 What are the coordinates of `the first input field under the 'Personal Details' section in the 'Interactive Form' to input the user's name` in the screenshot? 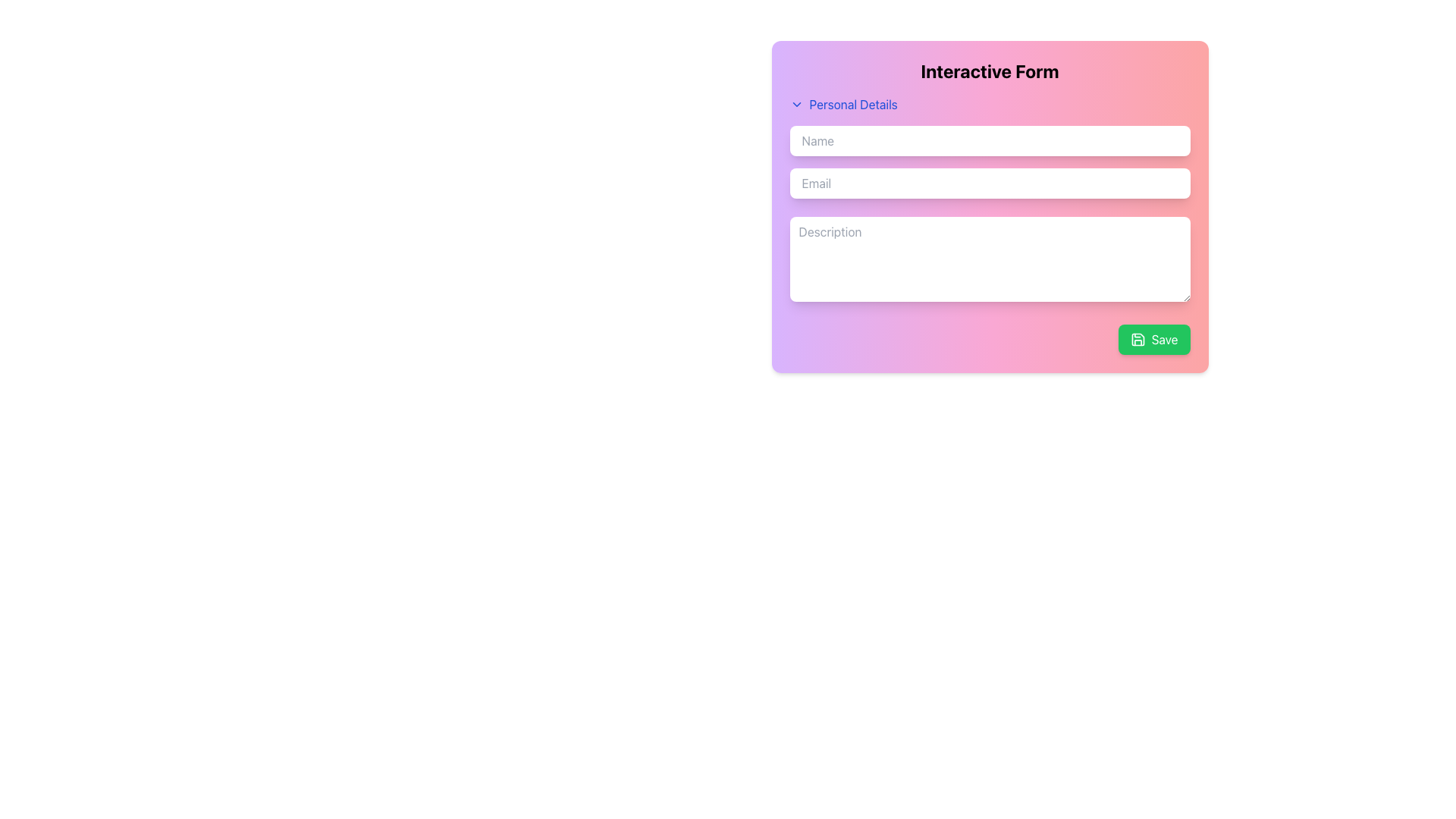 It's located at (990, 146).